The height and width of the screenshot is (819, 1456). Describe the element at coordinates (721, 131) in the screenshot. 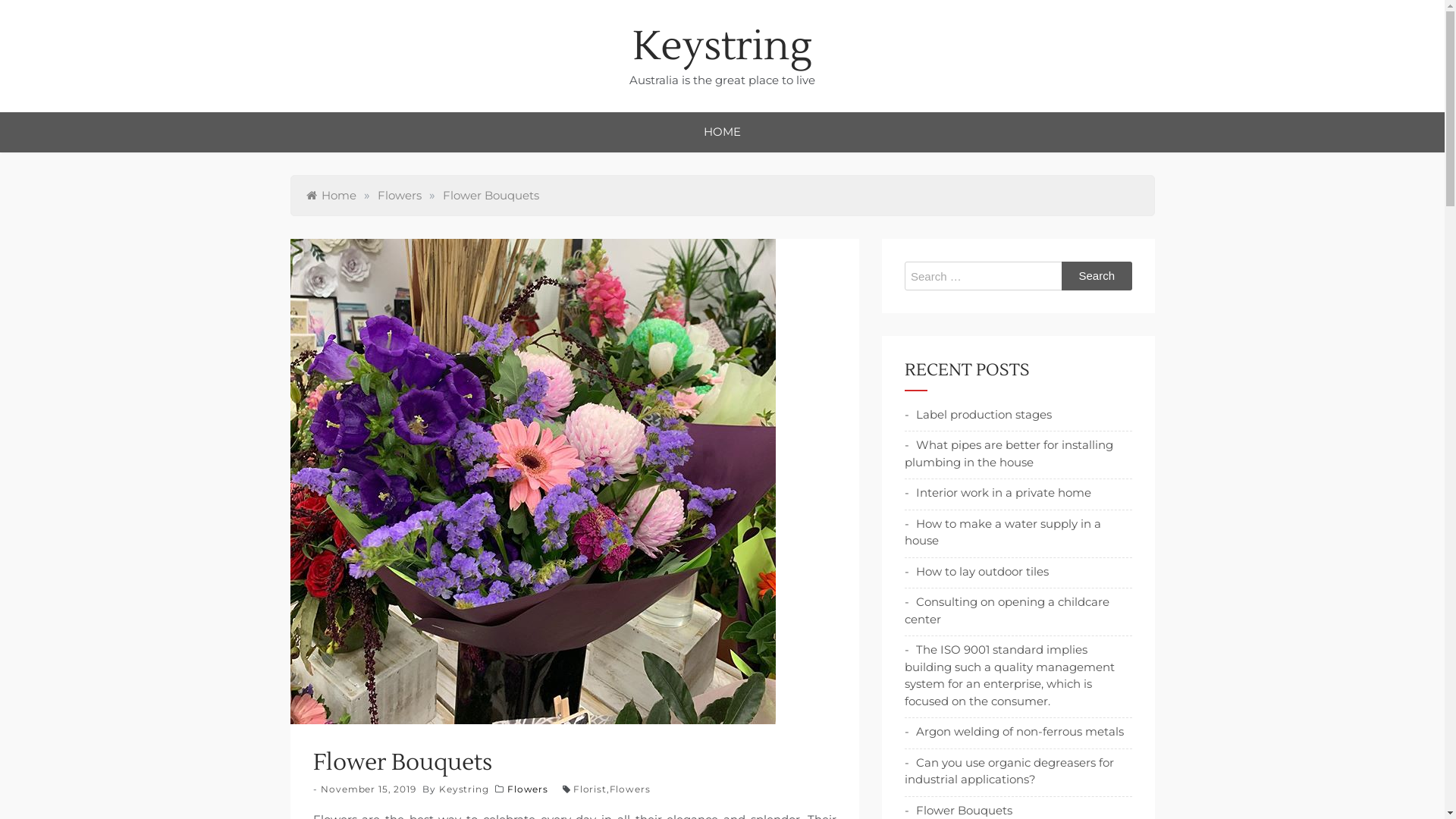

I see `'HOME'` at that location.